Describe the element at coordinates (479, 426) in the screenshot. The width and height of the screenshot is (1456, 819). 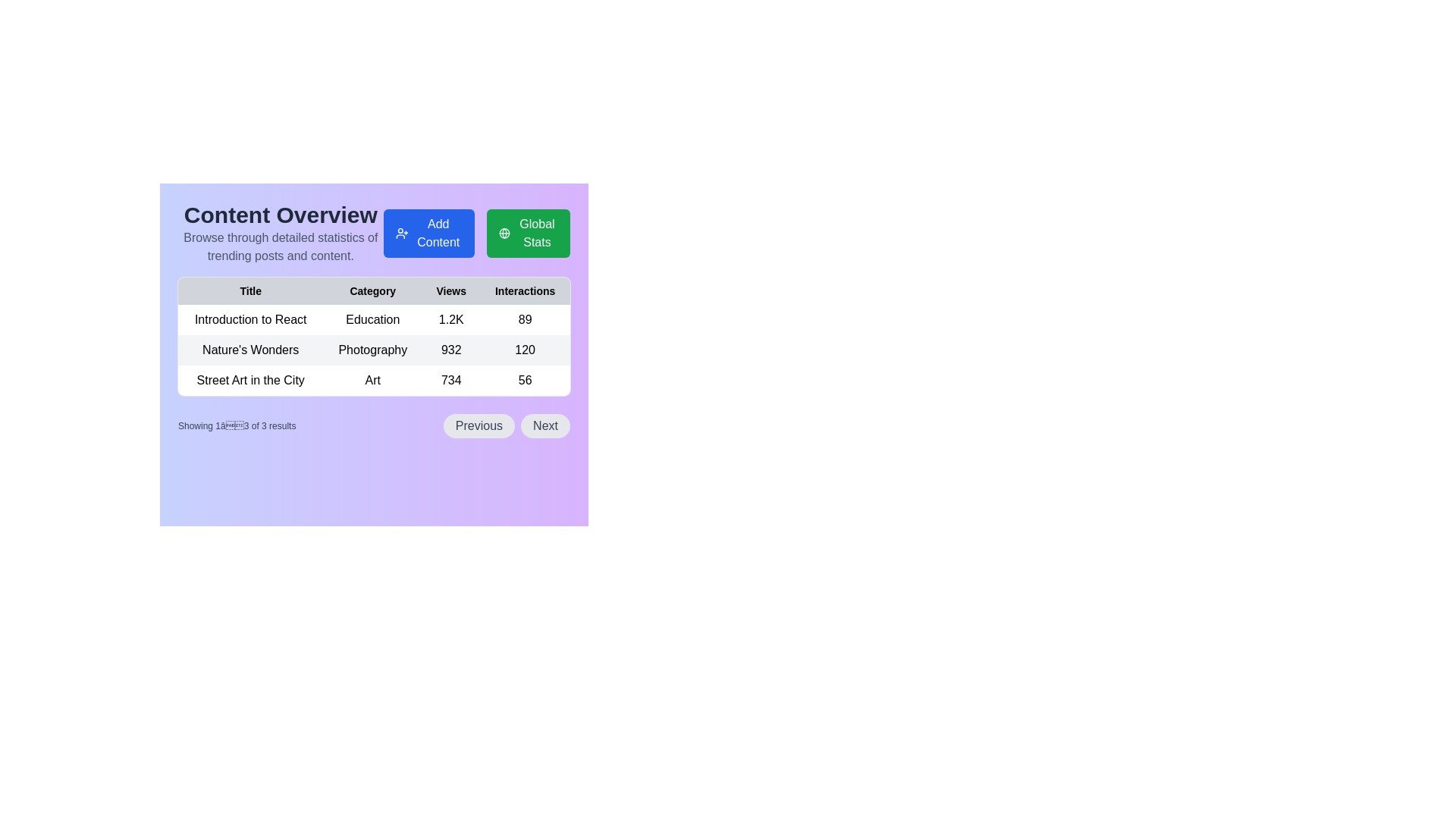
I see `the 'Previous' button, which is a rounded rectangular button with a light gray background and dark gray text, located at the bottom center of the interface` at that location.